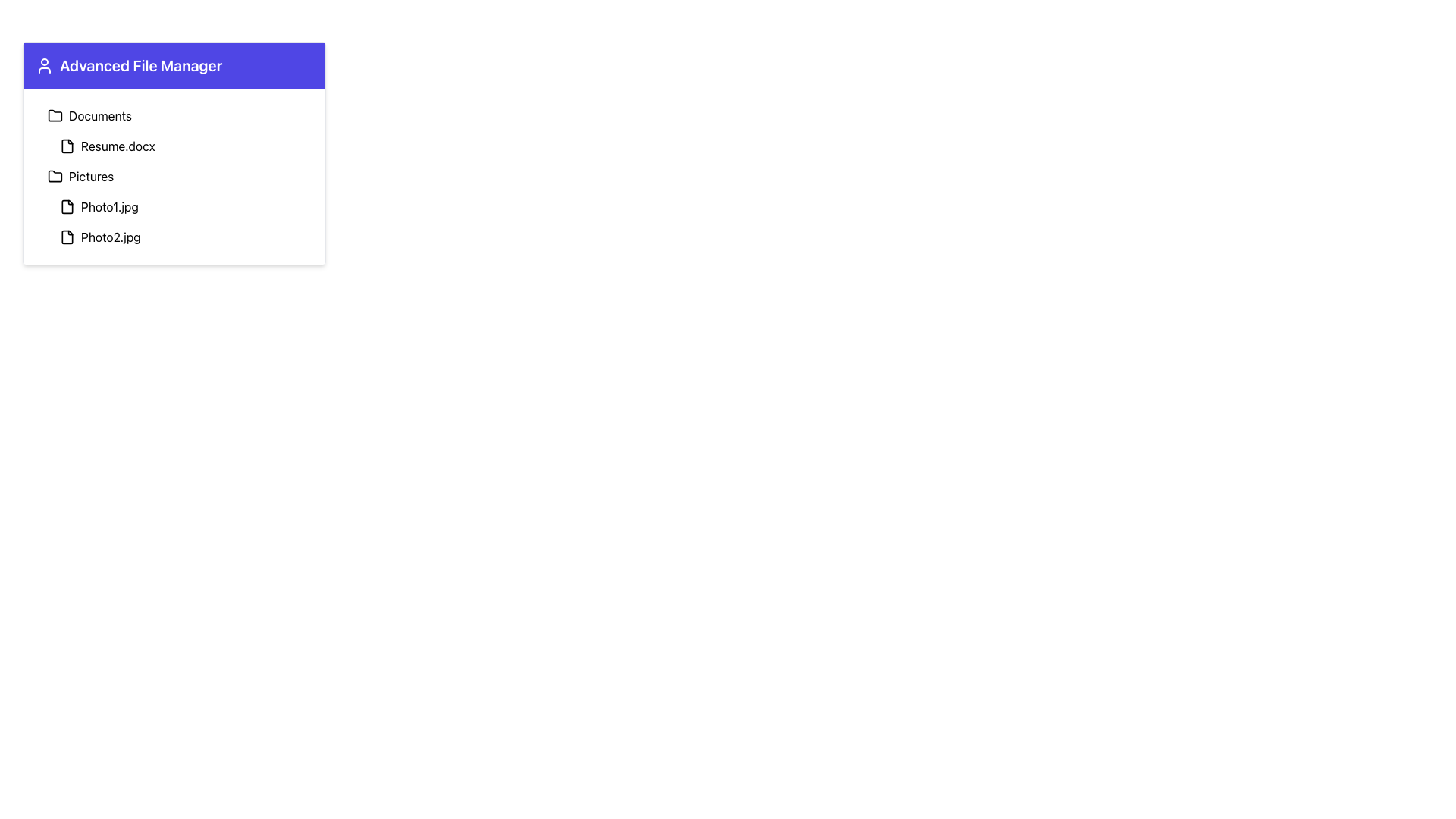 Image resolution: width=1456 pixels, height=819 pixels. What do you see at coordinates (99, 115) in the screenshot?
I see `the 'Documents' text label located in the file management interface` at bounding box center [99, 115].